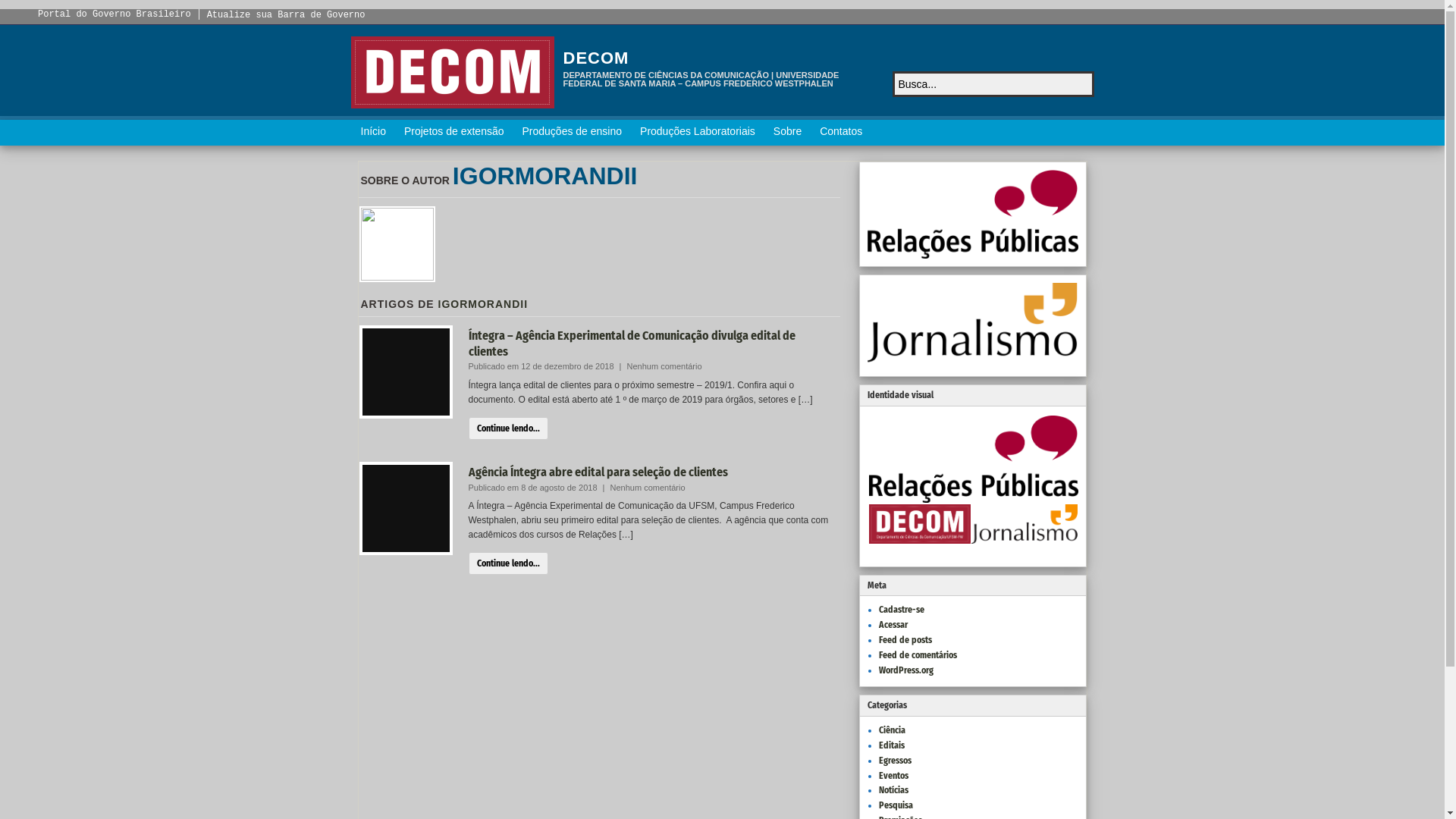 This screenshot has height=819, width=1456. What do you see at coordinates (894, 760) in the screenshot?
I see `'Egressos'` at bounding box center [894, 760].